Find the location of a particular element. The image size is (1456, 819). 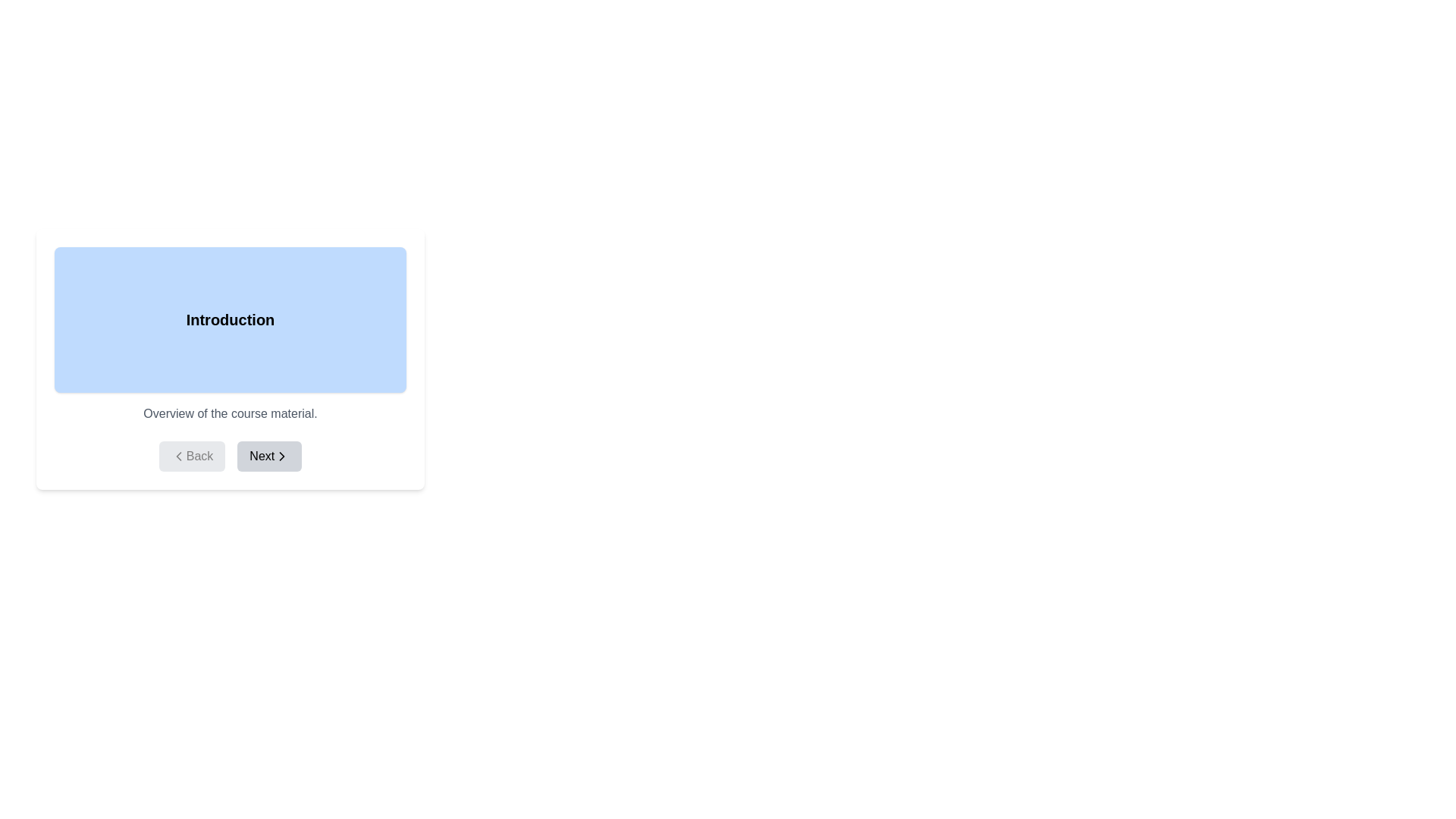

the leftward chevron icon used for navigation located above the 'Back' button in the bottom section of the content area is located at coordinates (178, 455).